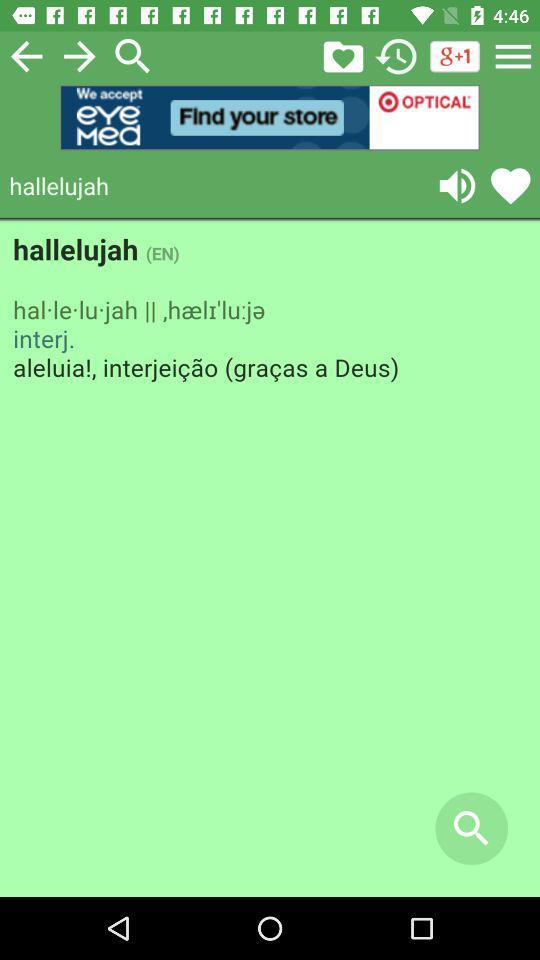 Image resolution: width=540 pixels, height=960 pixels. I want to click on to favorites list, so click(510, 185).